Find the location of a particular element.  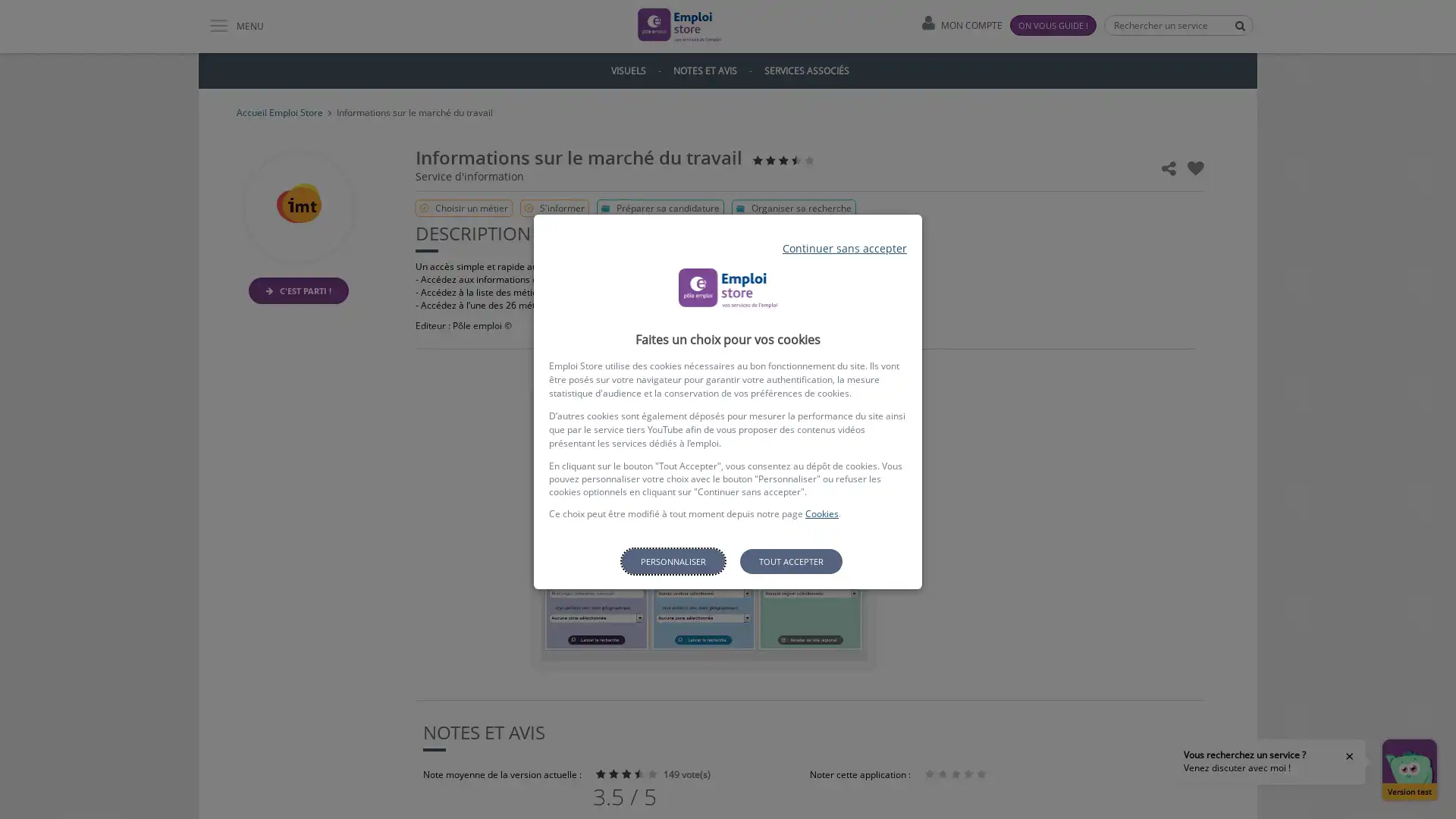

Ouvrir la fenetre de discussion Version test is located at coordinates (1408, 769).